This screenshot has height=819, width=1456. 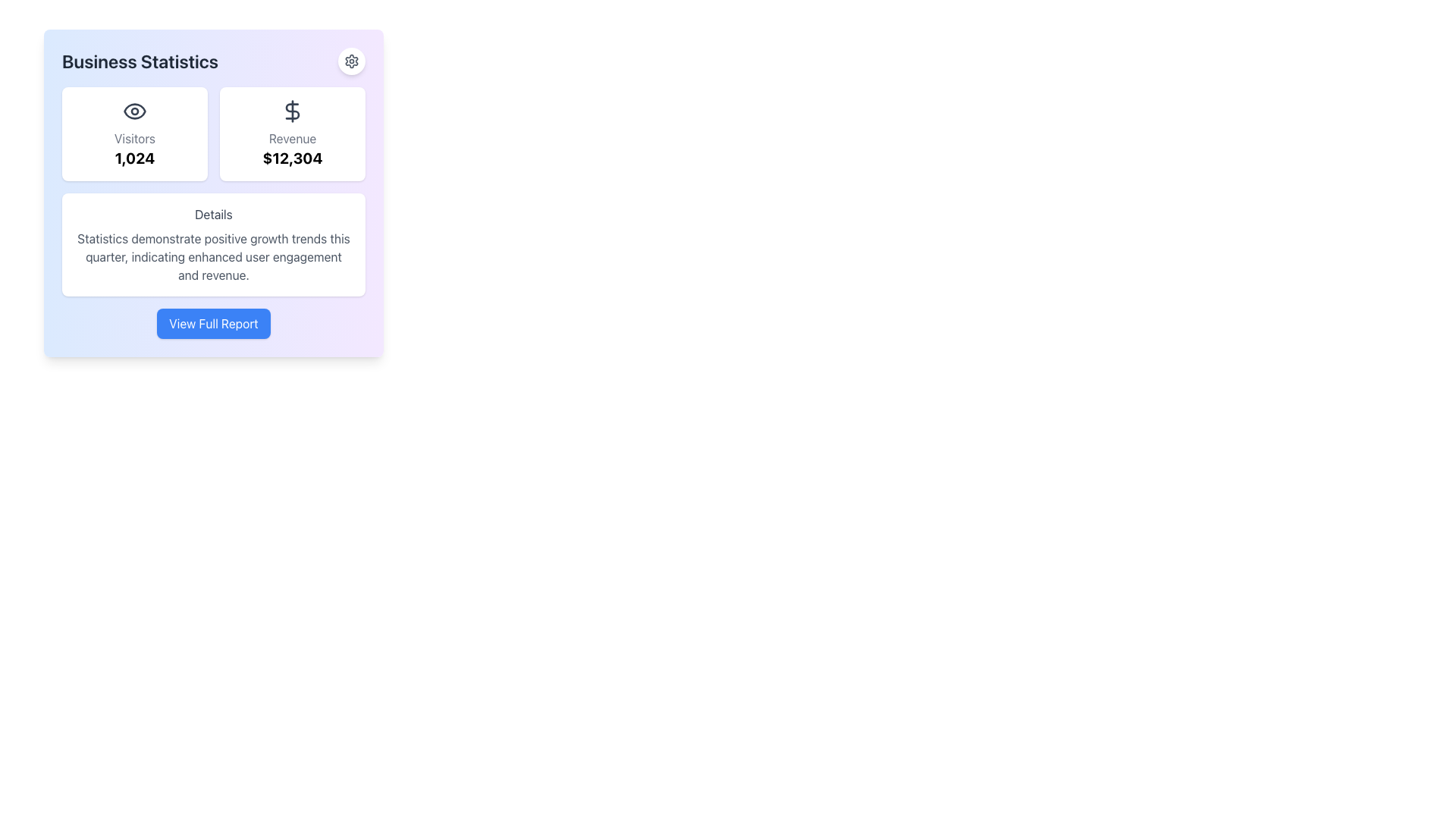 What do you see at coordinates (213, 214) in the screenshot?
I see `the static text label that summarizes the content below, which is positioned above the text describing statistics trends in the lower middle section of the card layout` at bounding box center [213, 214].